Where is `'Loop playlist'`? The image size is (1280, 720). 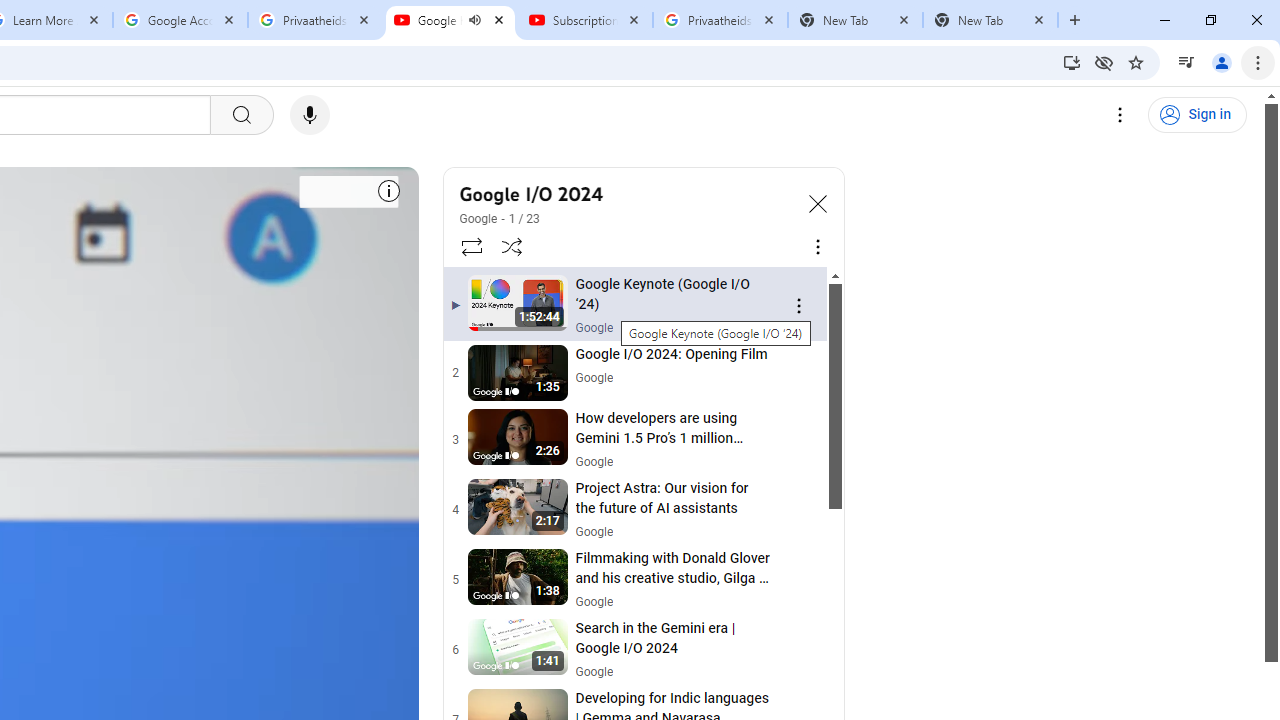 'Loop playlist' is located at coordinates (470, 245).